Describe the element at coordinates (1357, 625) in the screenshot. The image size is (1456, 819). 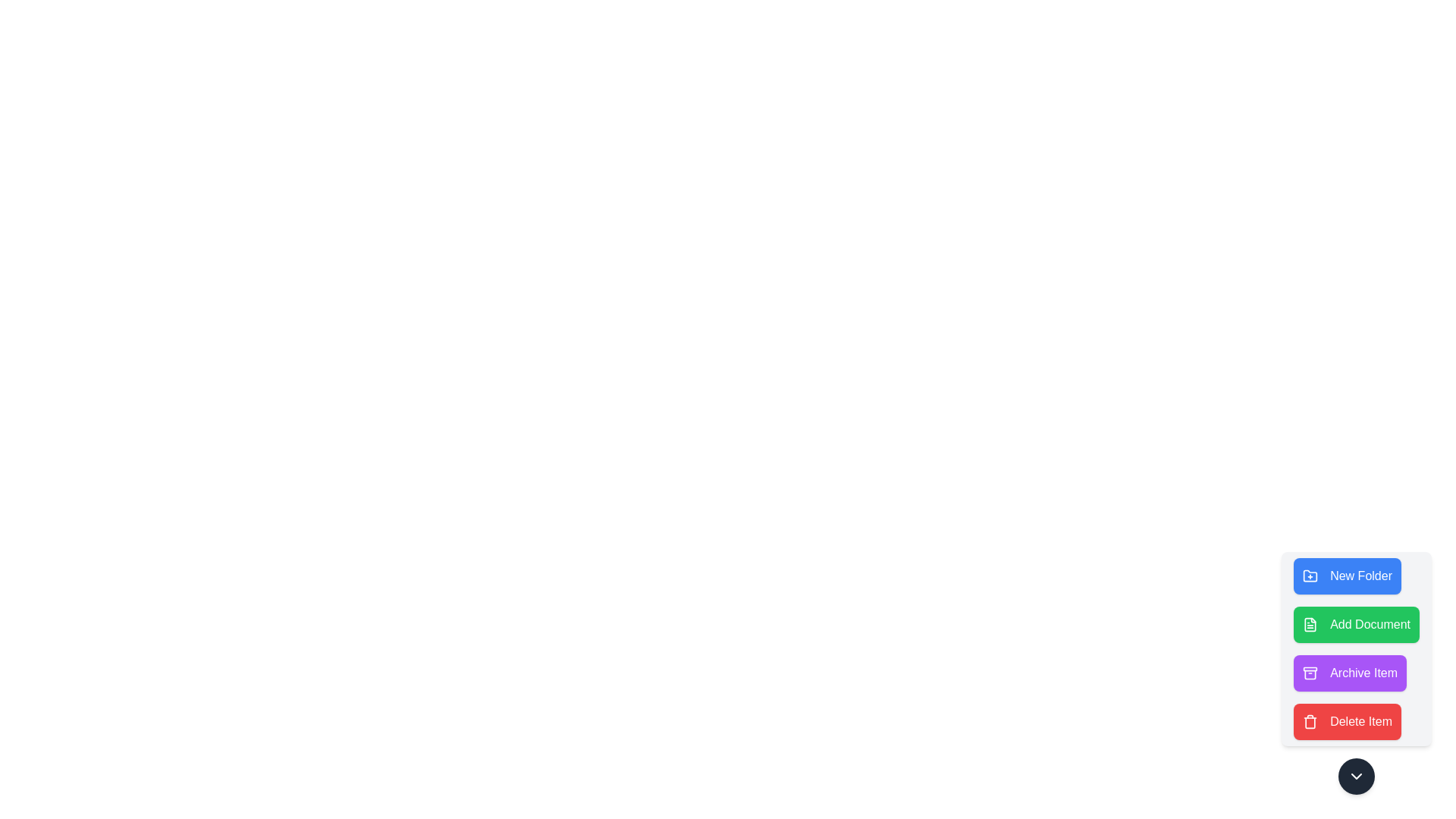
I see `the Add Document button in the speed dial menu` at that location.